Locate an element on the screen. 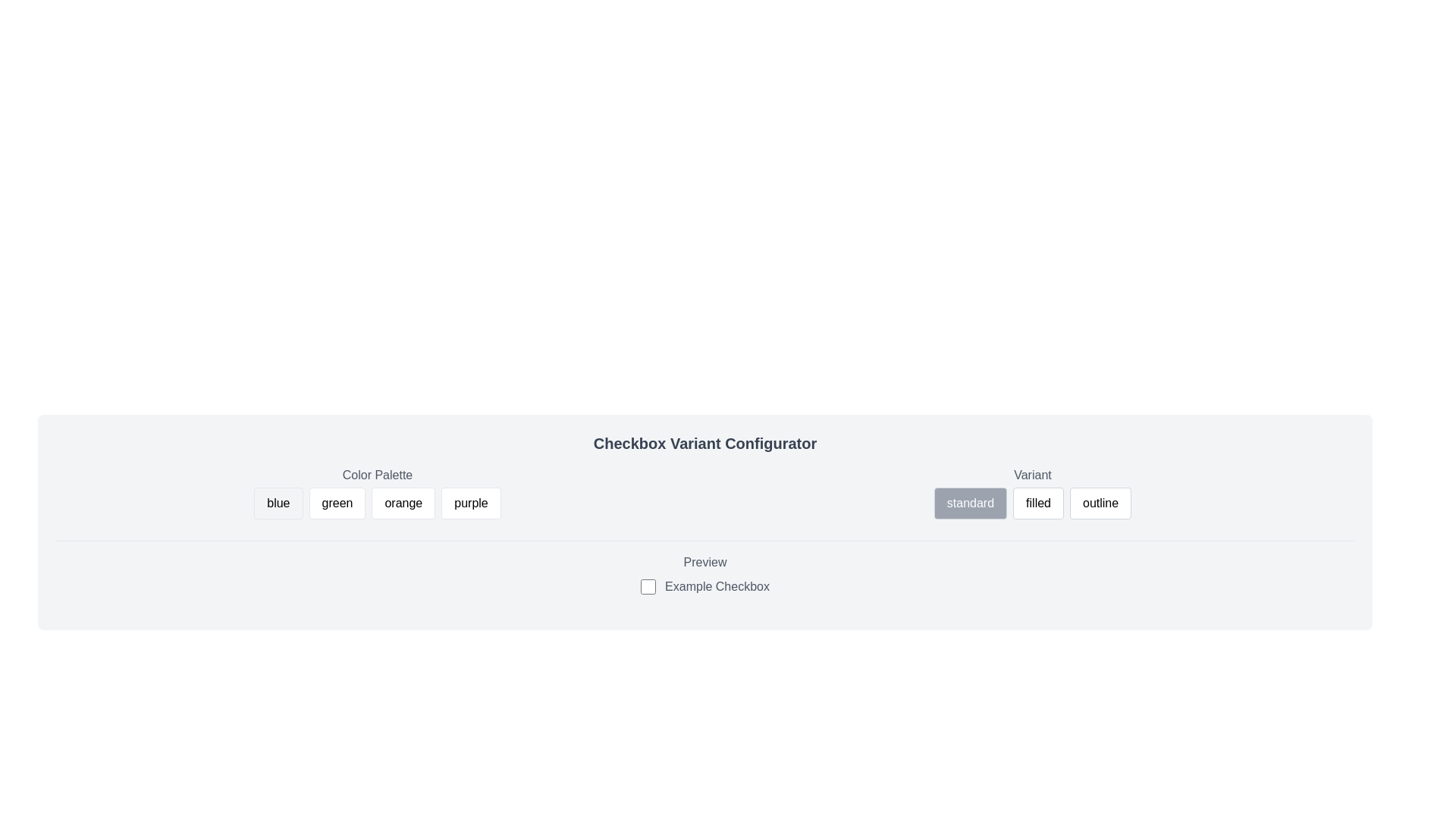 This screenshot has height=819, width=1456. the 'outline' button located at the rightmost side within the 'Variant' section is located at coordinates (1100, 503).